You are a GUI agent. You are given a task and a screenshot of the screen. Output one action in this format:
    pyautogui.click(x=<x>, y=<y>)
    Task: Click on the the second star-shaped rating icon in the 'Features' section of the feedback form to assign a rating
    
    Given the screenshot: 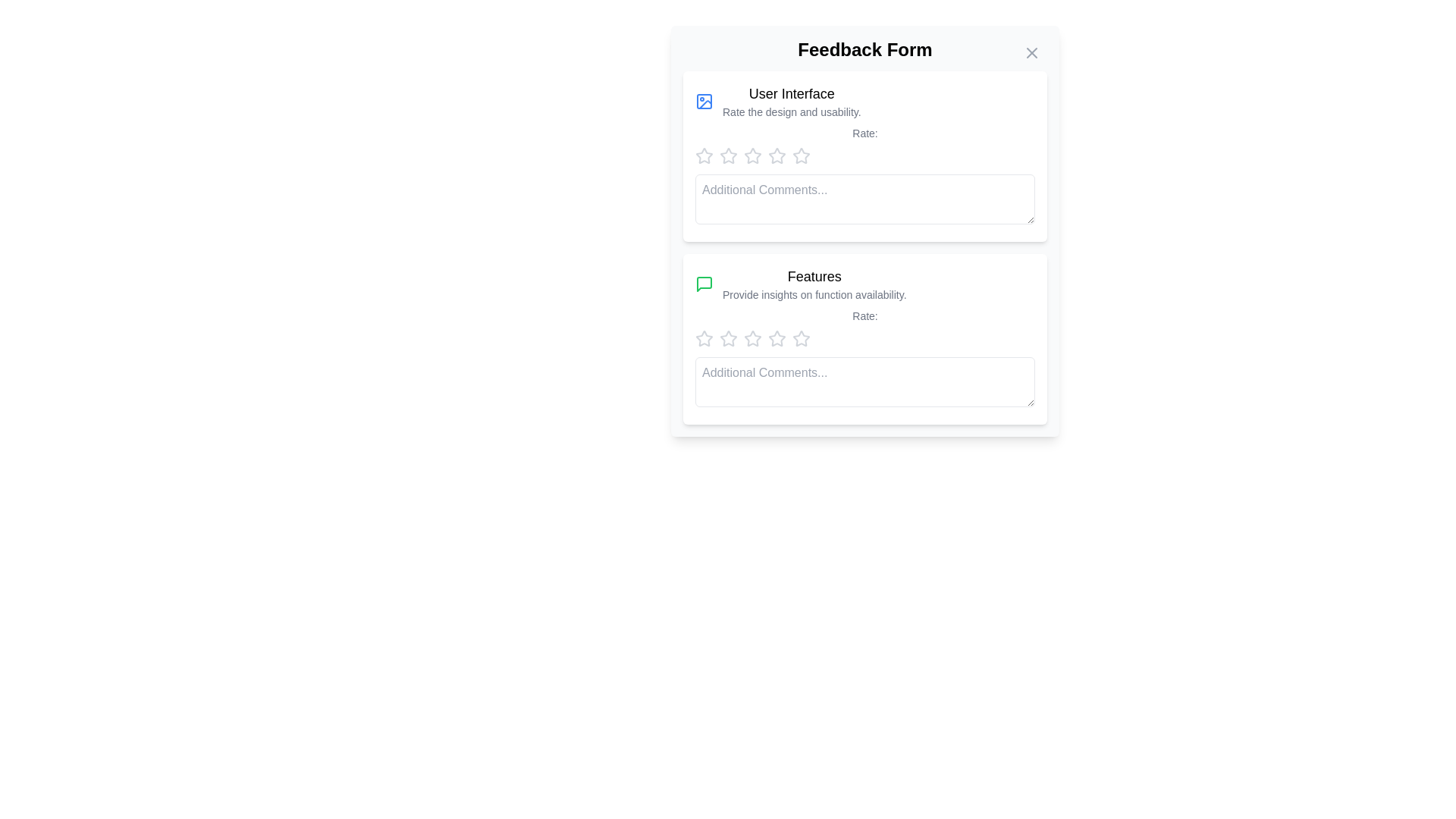 What is the action you would take?
    pyautogui.click(x=753, y=337)
    